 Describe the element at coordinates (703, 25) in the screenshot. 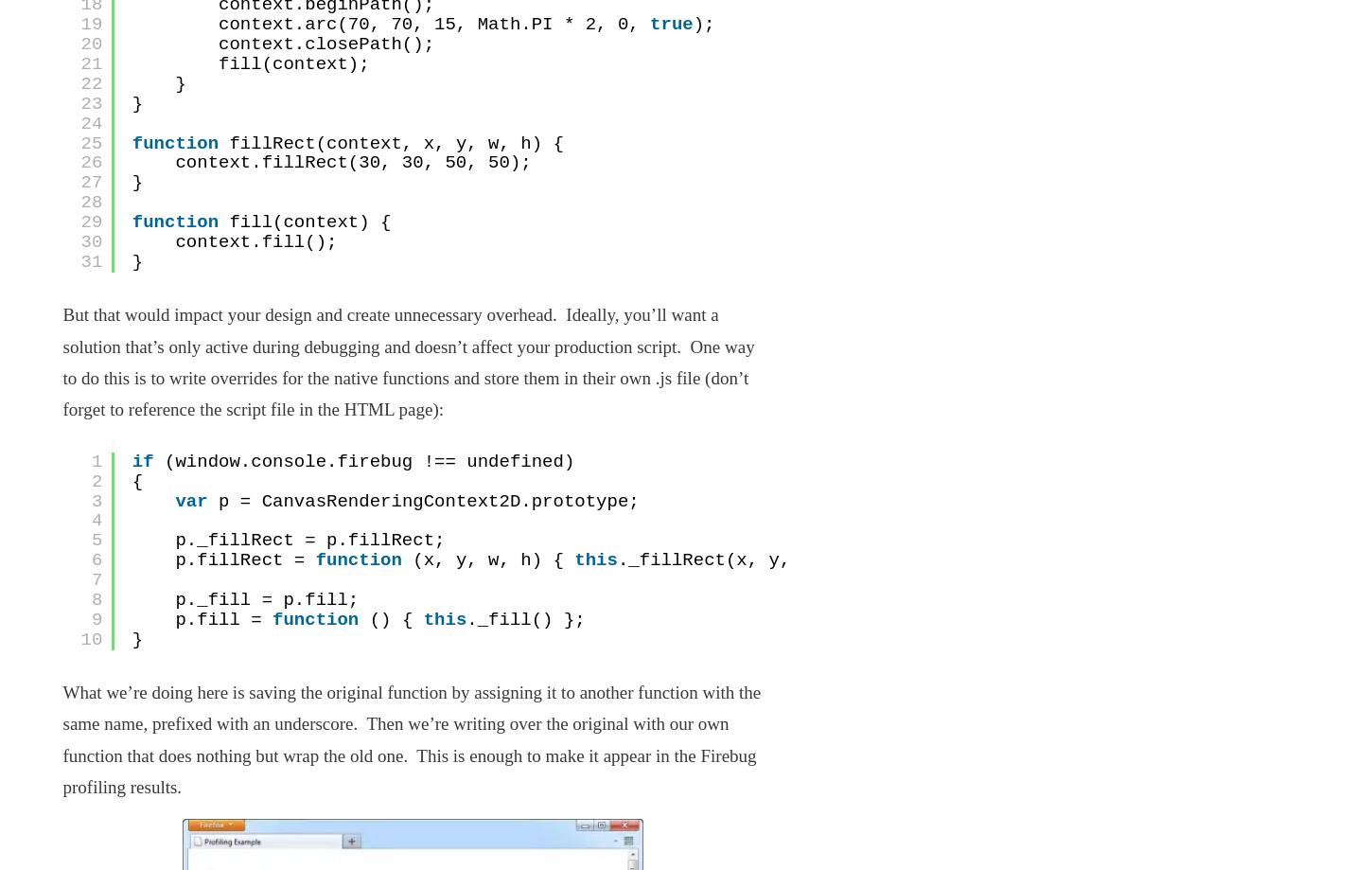

I see `');'` at that location.